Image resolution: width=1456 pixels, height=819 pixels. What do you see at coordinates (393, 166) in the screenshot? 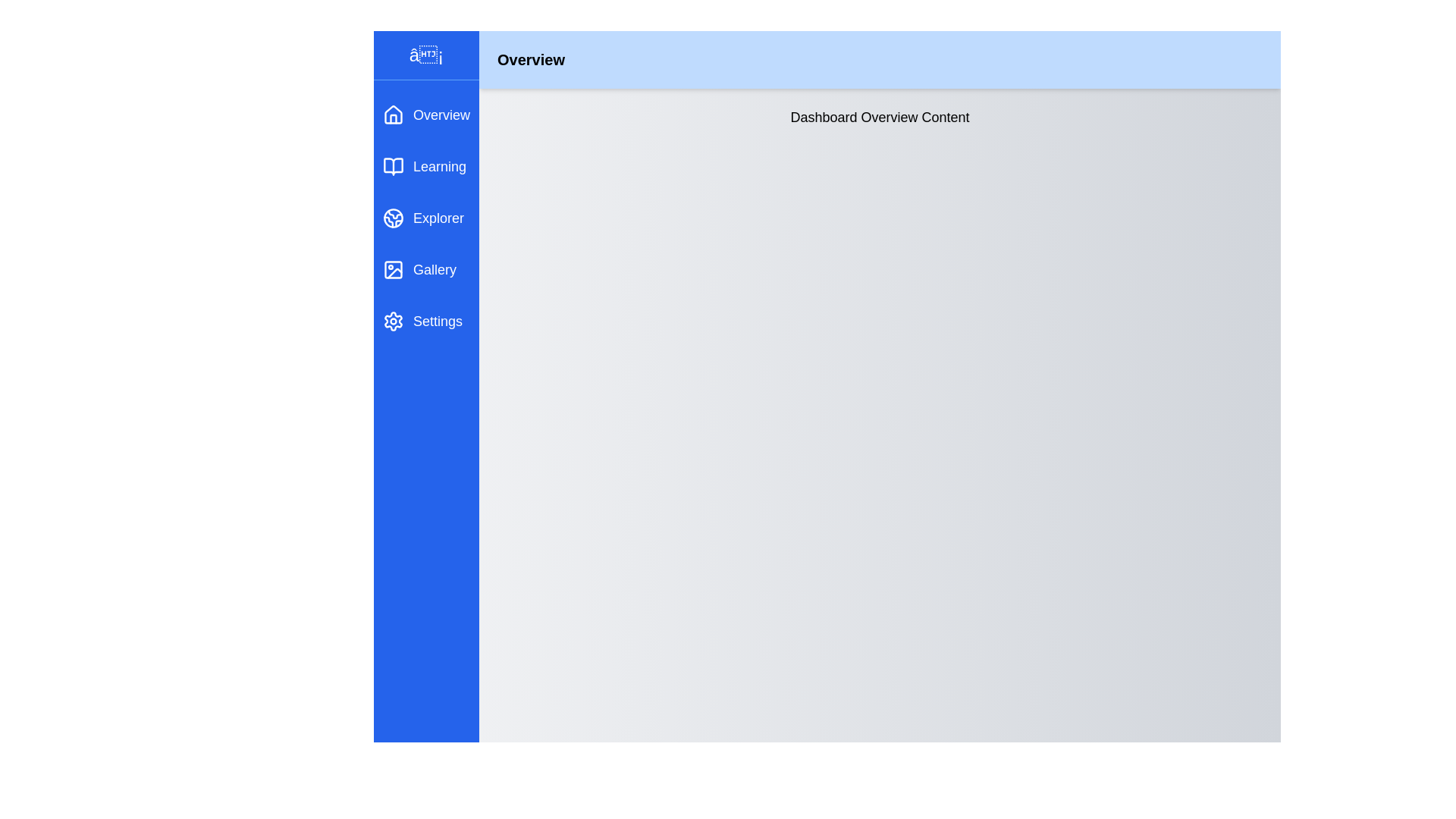
I see `the 'Learning' icon, which resembles an open book and is located in the blue sidebar of the navigation bar` at bounding box center [393, 166].